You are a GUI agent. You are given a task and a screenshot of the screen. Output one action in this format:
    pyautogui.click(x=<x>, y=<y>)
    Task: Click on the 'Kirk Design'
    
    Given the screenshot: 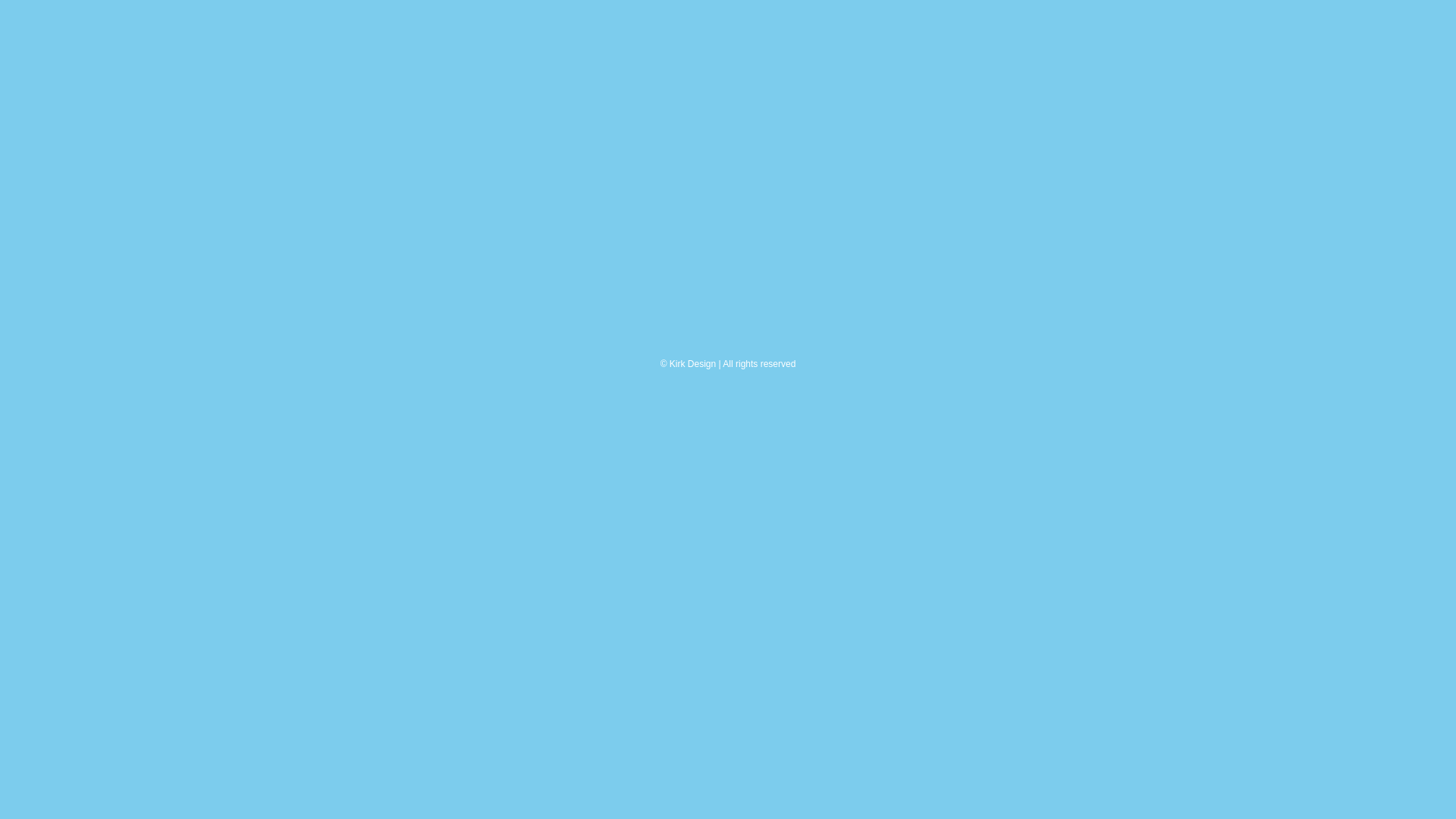 What is the action you would take?
    pyautogui.click(x=692, y=363)
    